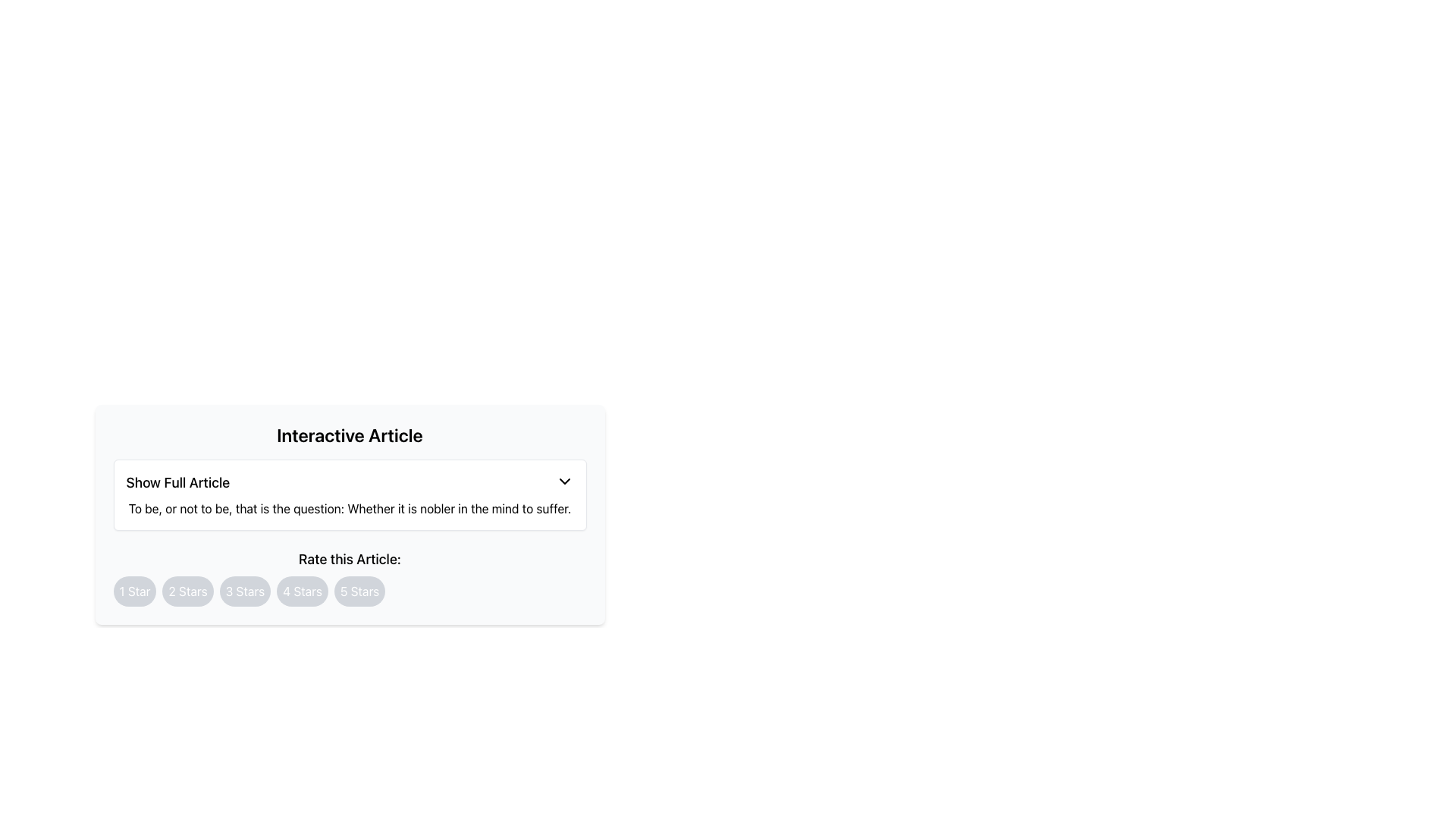 The image size is (1456, 819). Describe the element at coordinates (359, 590) in the screenshot. I see `the circular button labeled '5 Stars'` at that location.